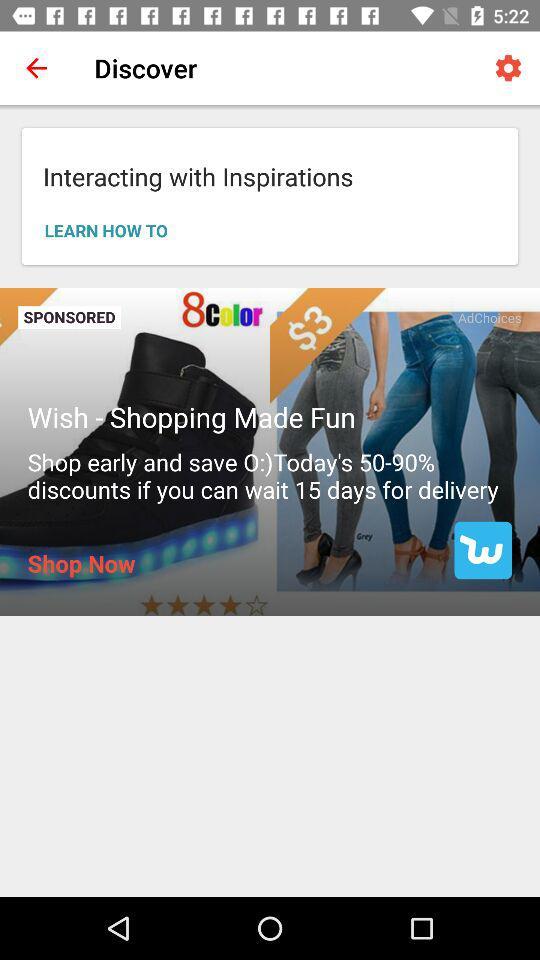  I want to click on item next to discover icon, so click(508, 68).